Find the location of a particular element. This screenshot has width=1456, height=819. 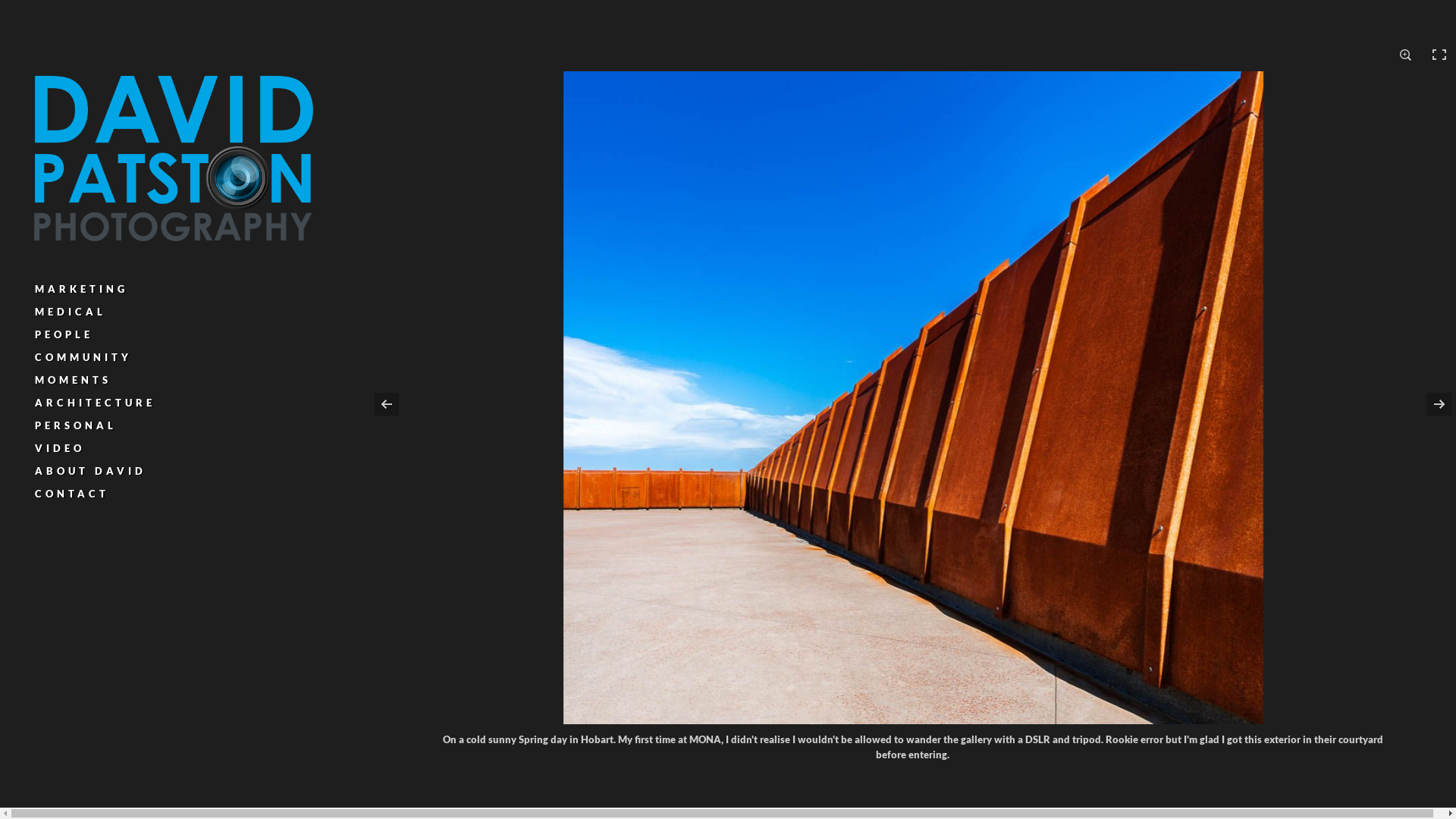

'PEOPLE' is located at coordinates (63, 333).